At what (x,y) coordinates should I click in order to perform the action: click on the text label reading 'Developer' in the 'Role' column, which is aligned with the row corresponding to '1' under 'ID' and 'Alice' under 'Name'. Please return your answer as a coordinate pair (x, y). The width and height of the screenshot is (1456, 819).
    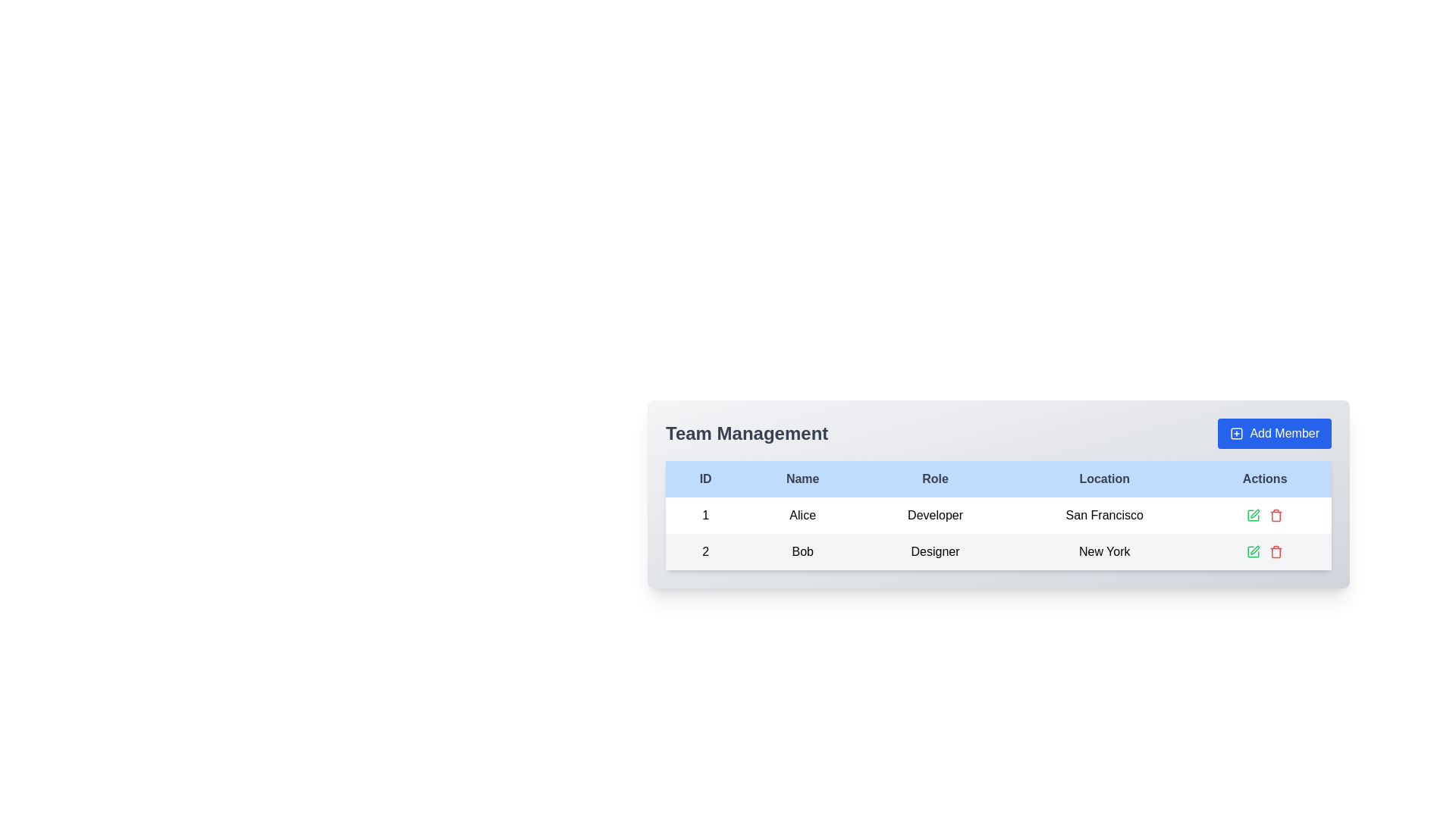
    Looking at the image, I should click on (934, 514).